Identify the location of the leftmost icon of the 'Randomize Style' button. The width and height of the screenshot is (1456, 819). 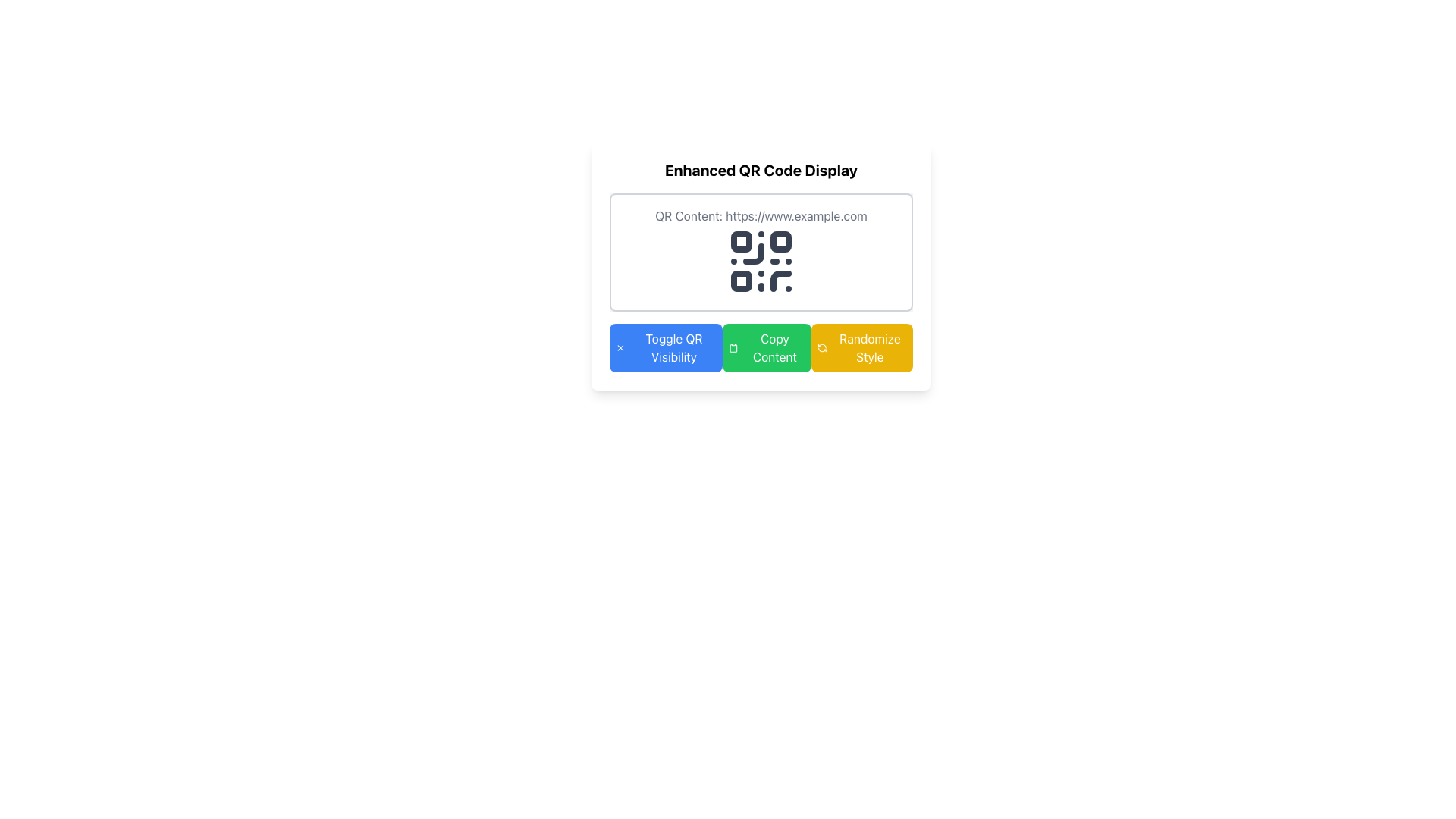
(821, 348).